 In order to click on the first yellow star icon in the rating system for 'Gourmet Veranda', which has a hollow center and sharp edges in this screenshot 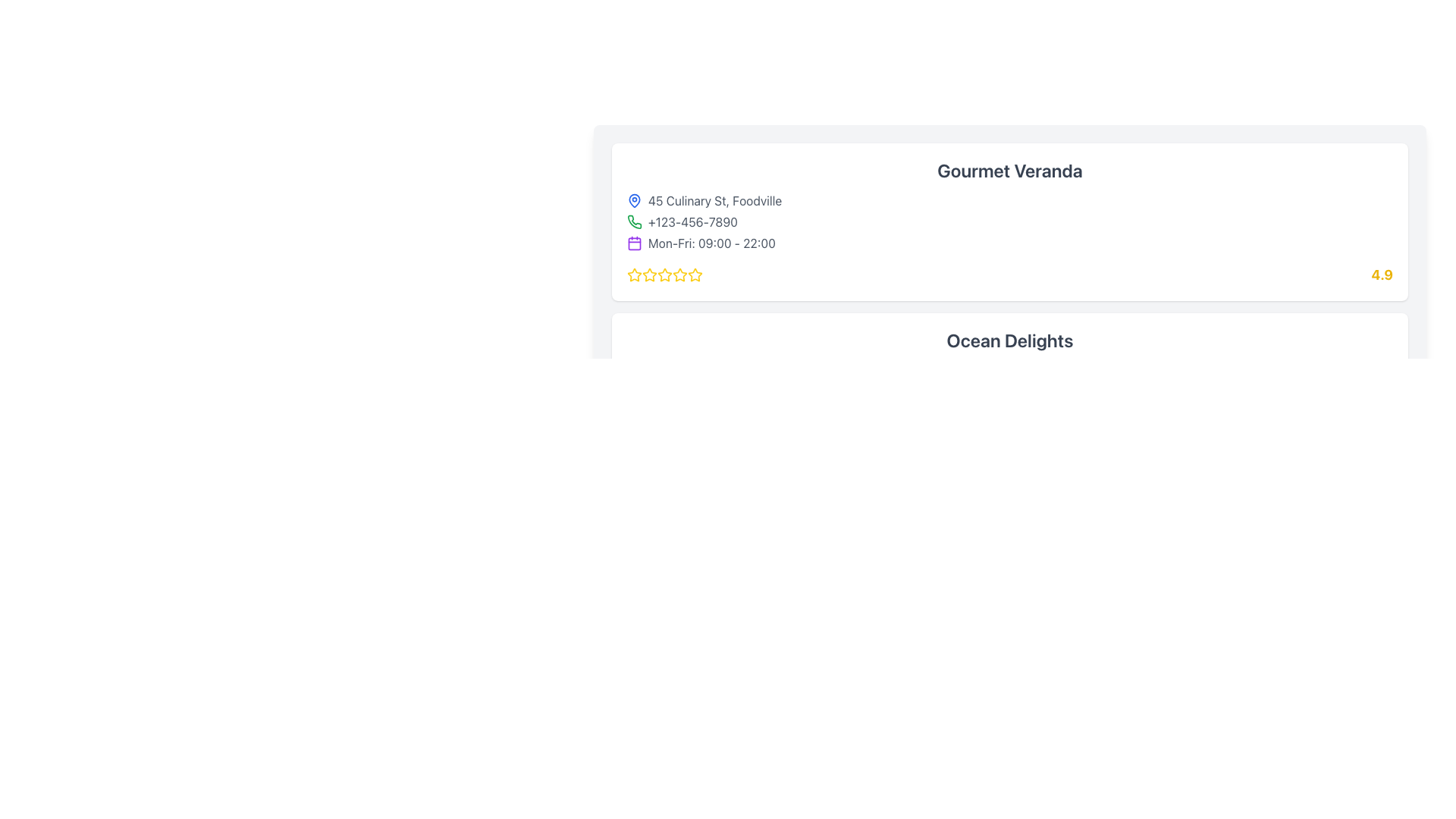, I will do `click(634, 275)`.